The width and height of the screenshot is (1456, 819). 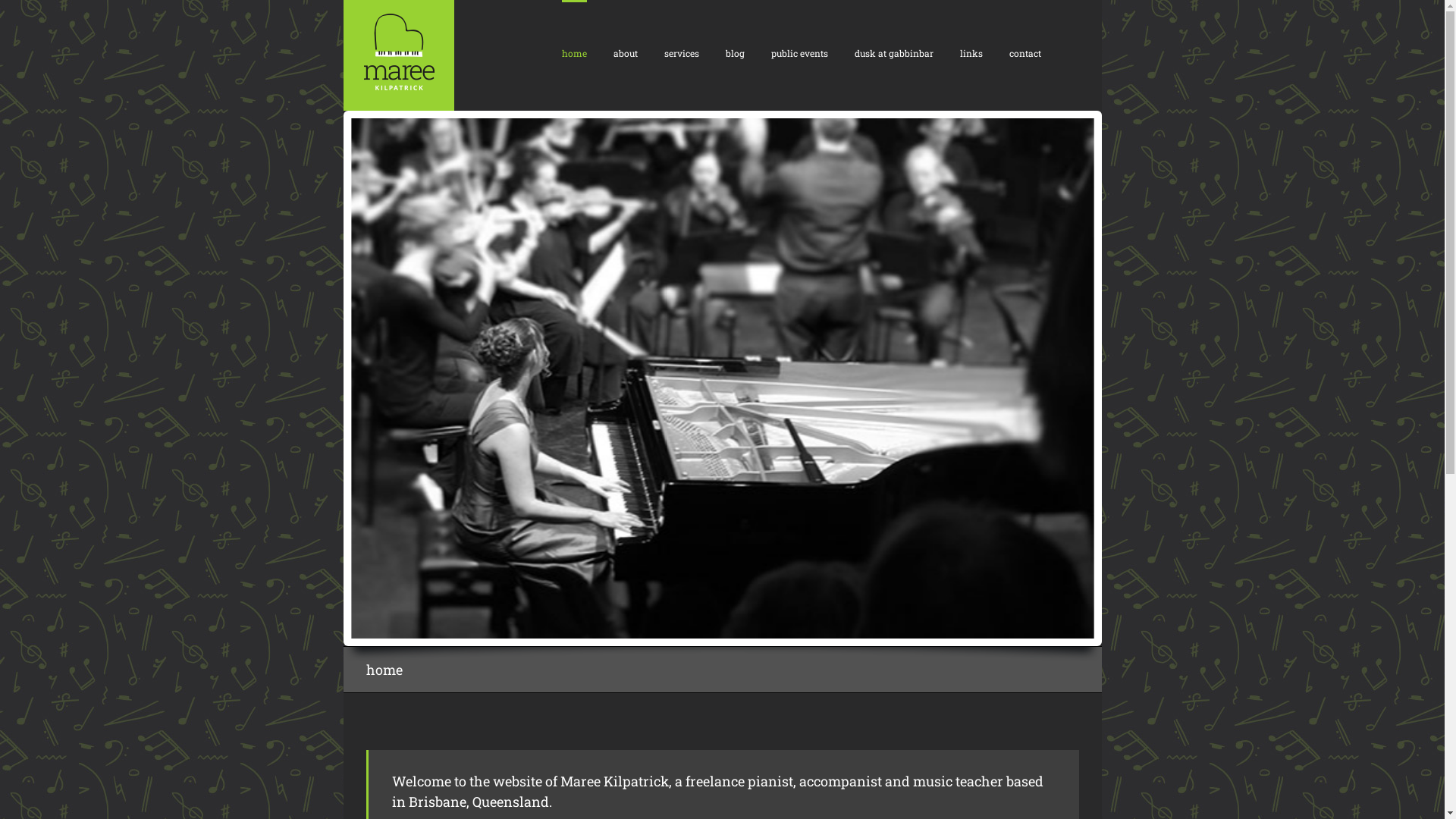 I want to click on 'public events', so click(x=798, y=52).